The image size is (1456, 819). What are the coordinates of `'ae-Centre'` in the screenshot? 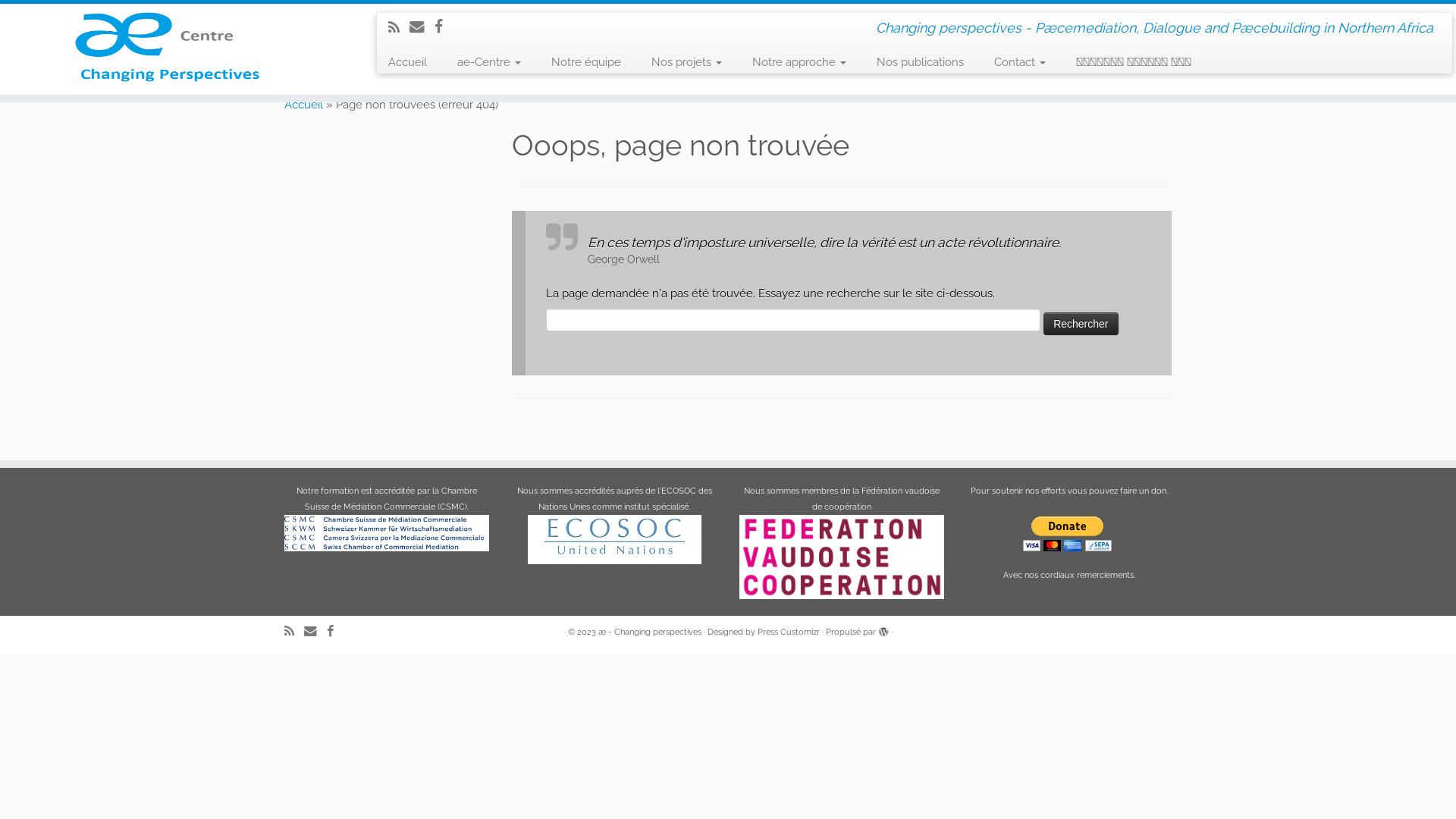 It's located at (488, 61).